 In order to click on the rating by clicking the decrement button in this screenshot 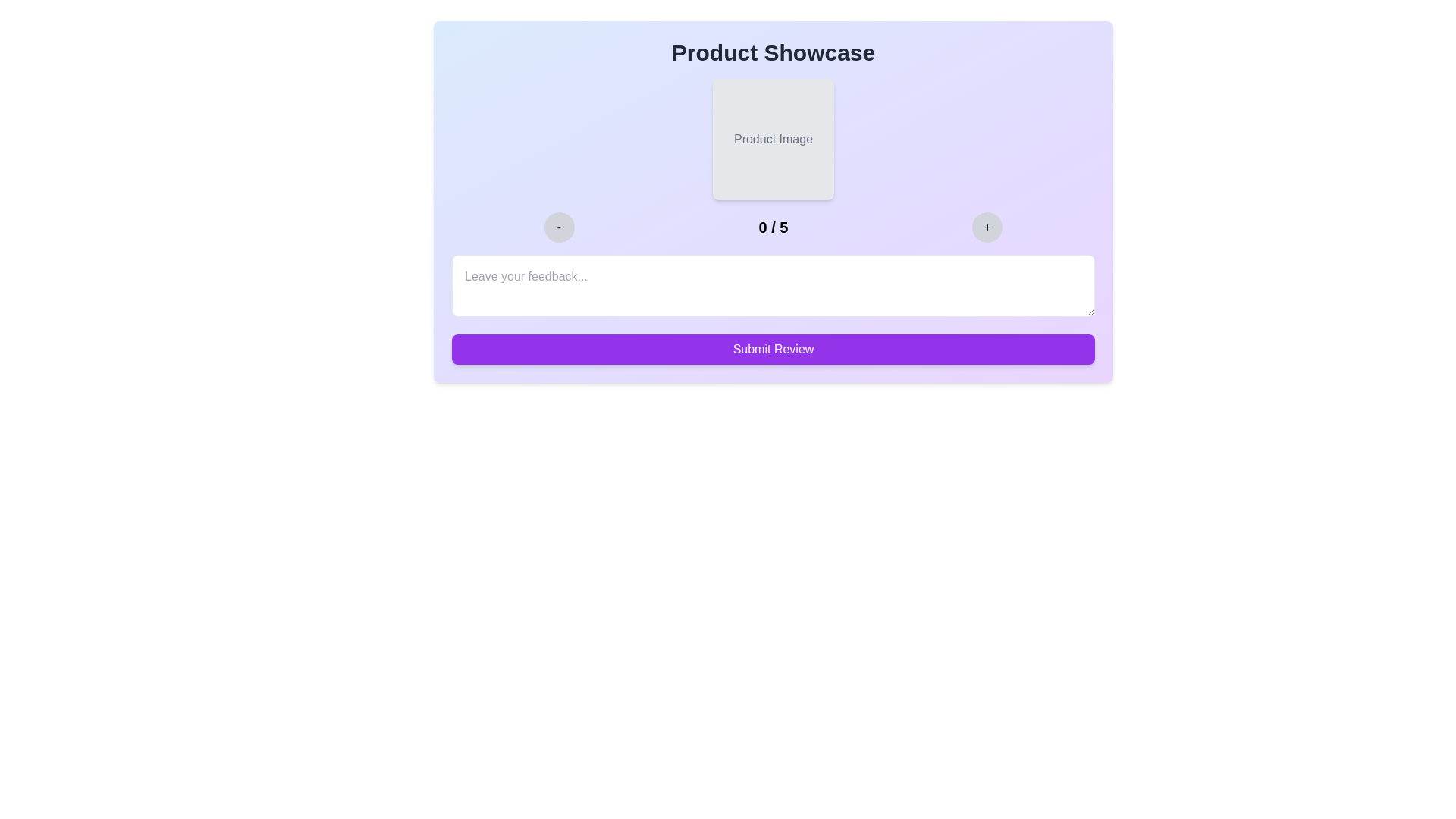, I will do `click(558, 227)`.